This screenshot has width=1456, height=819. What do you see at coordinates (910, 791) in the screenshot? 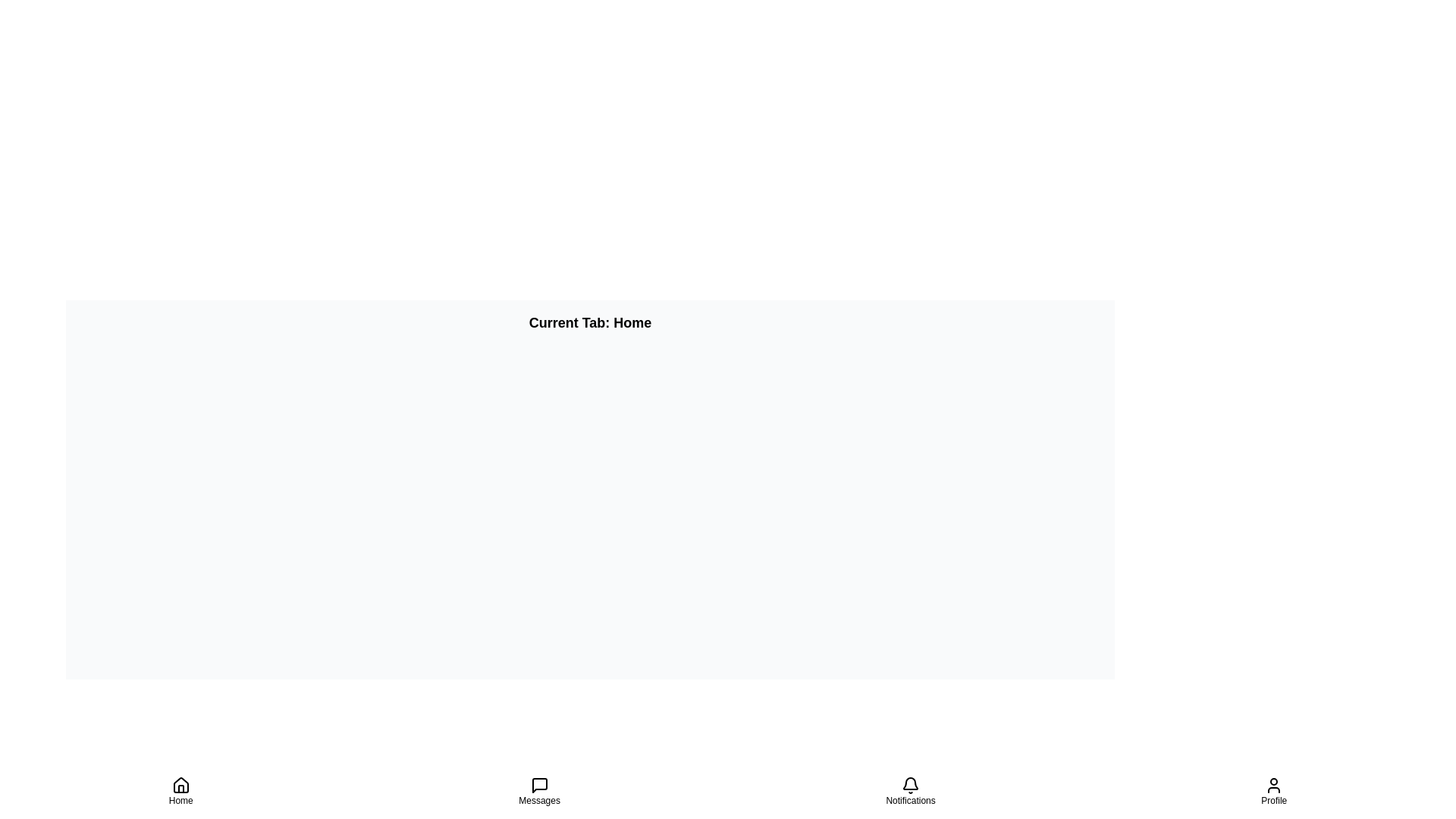
I see `the third button in the bottom navigation bar` at bounding box center [910, 791].